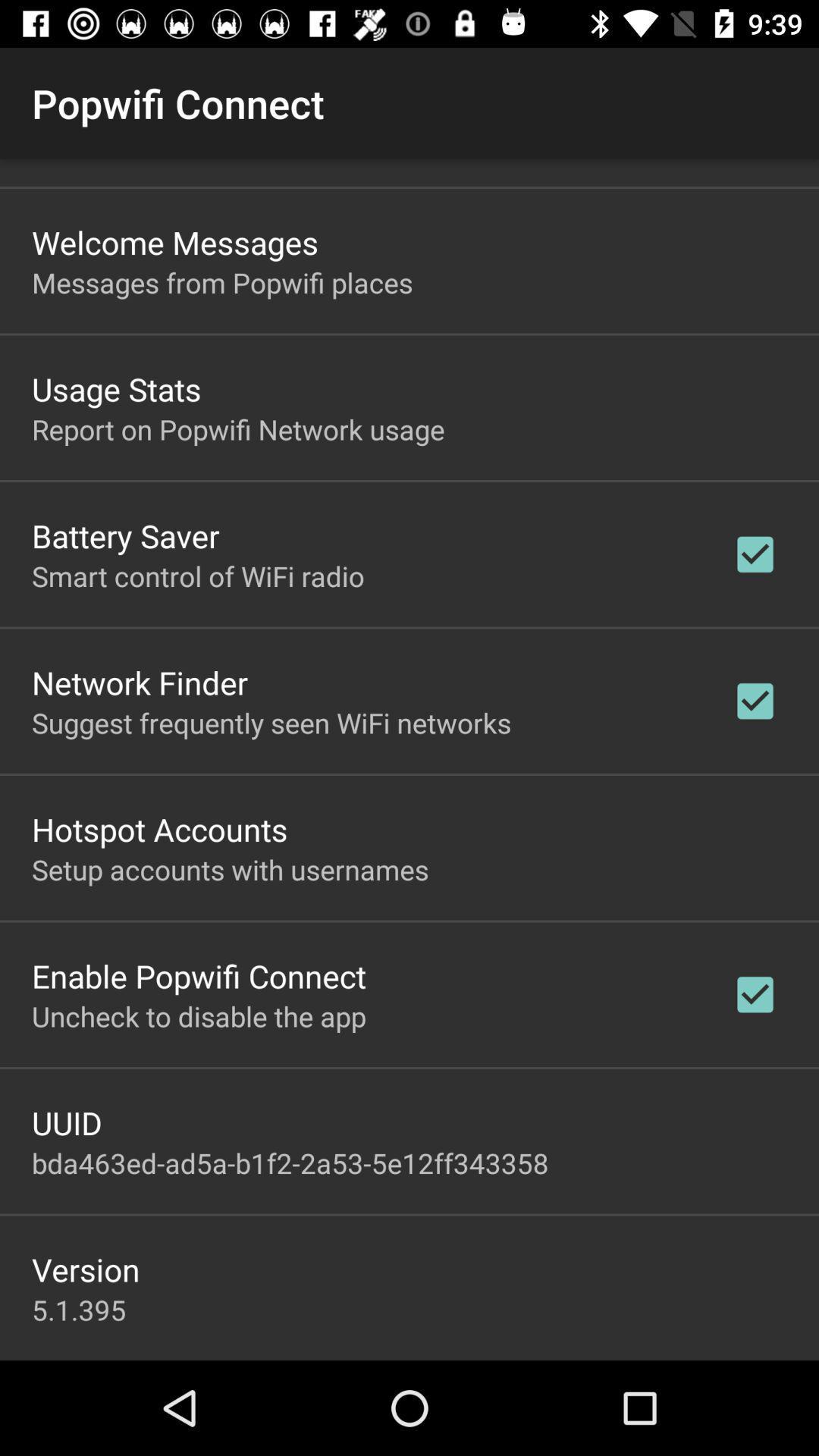  Describe the element at coordinates (271, 722) in the screenshot. I see `the icon below the network finder app` at that location.